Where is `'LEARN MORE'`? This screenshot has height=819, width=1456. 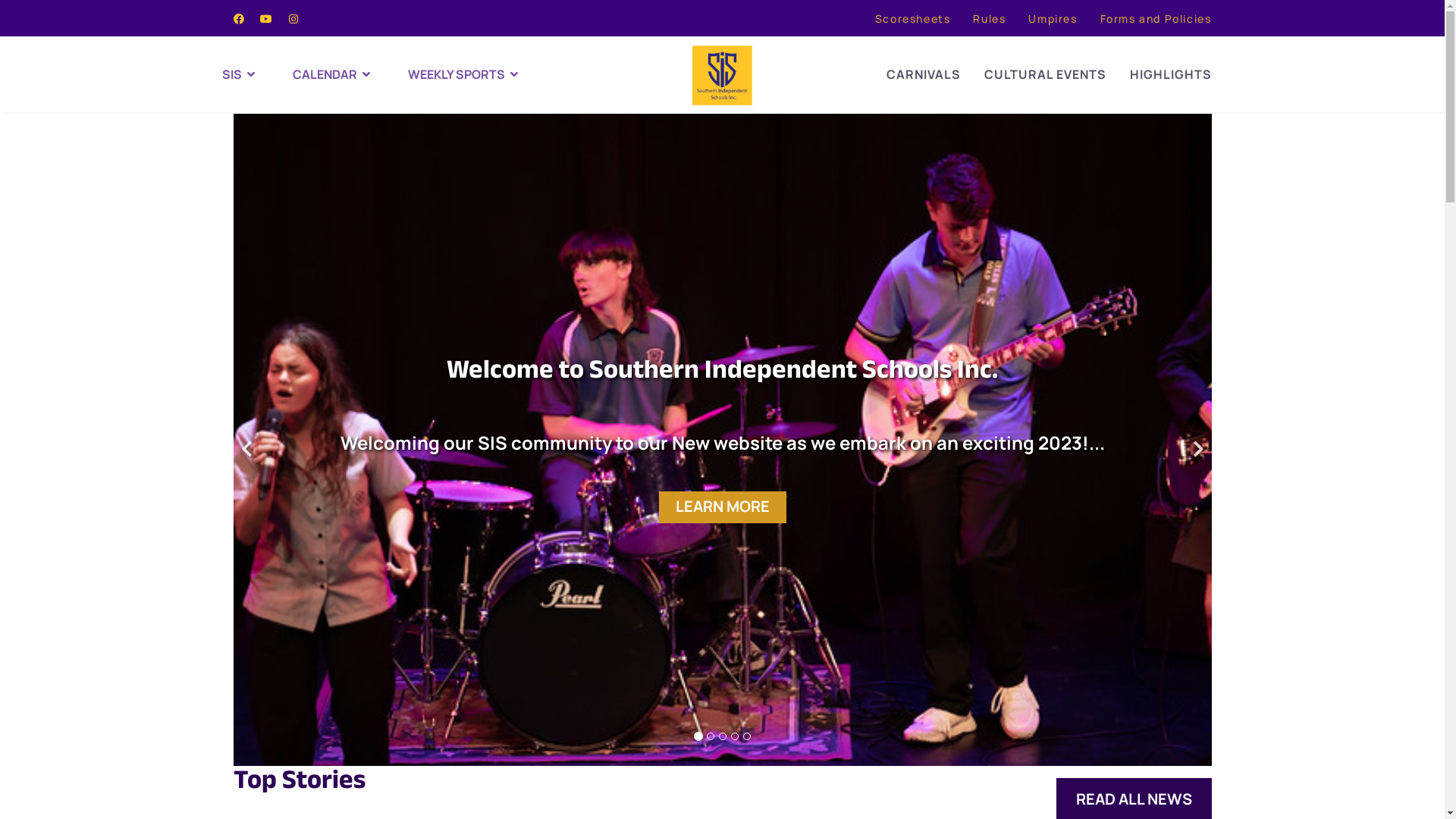
'LEARN MORE' is located at coordinates (720, 507).